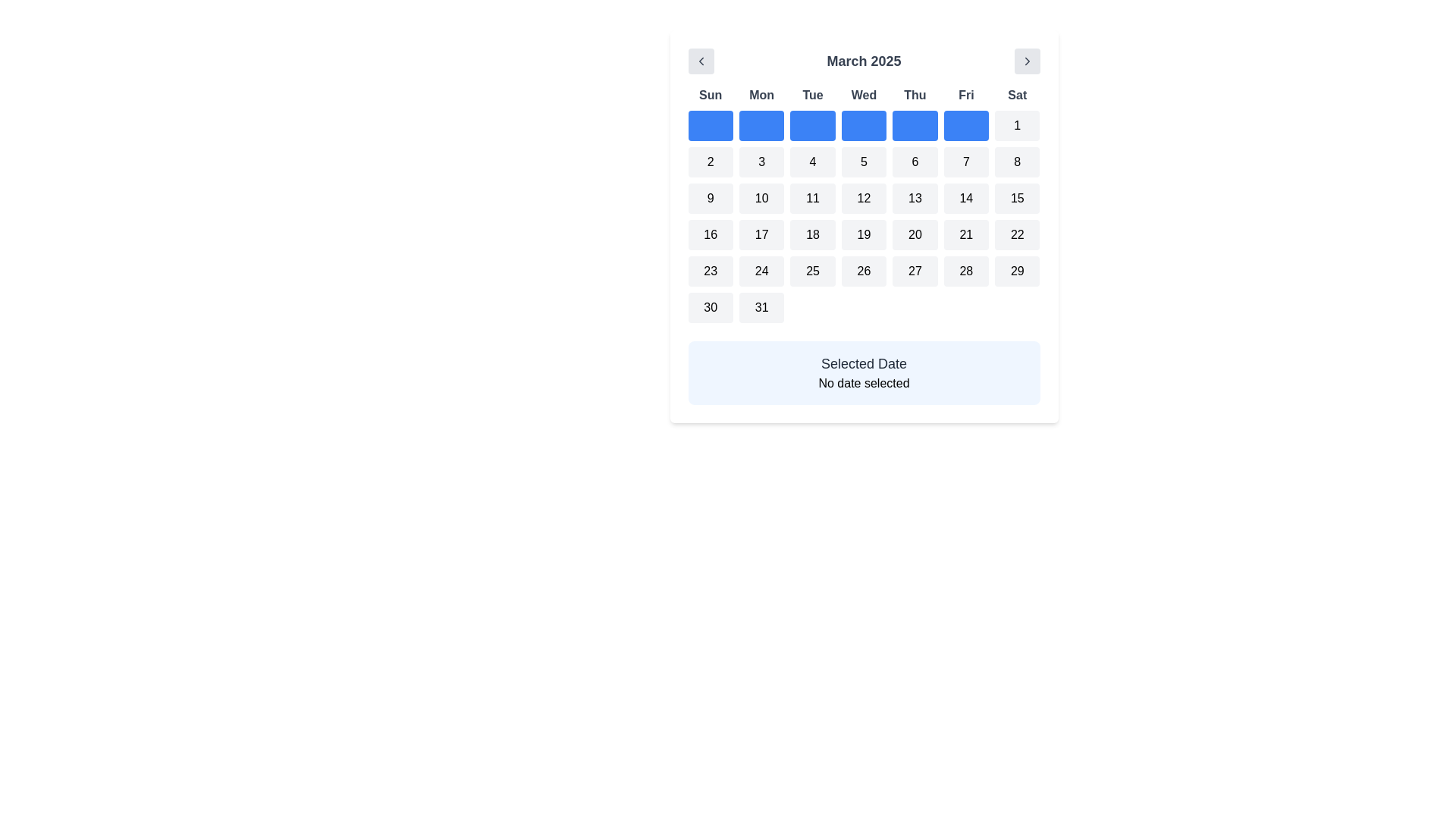 This screenshot has height=819, width=1456. What do you see at coordinates (864, 234) in the screenshot?
I see `the rounded rectangular button with a gray background containing the text '19'` at bounding box center [864, 234].